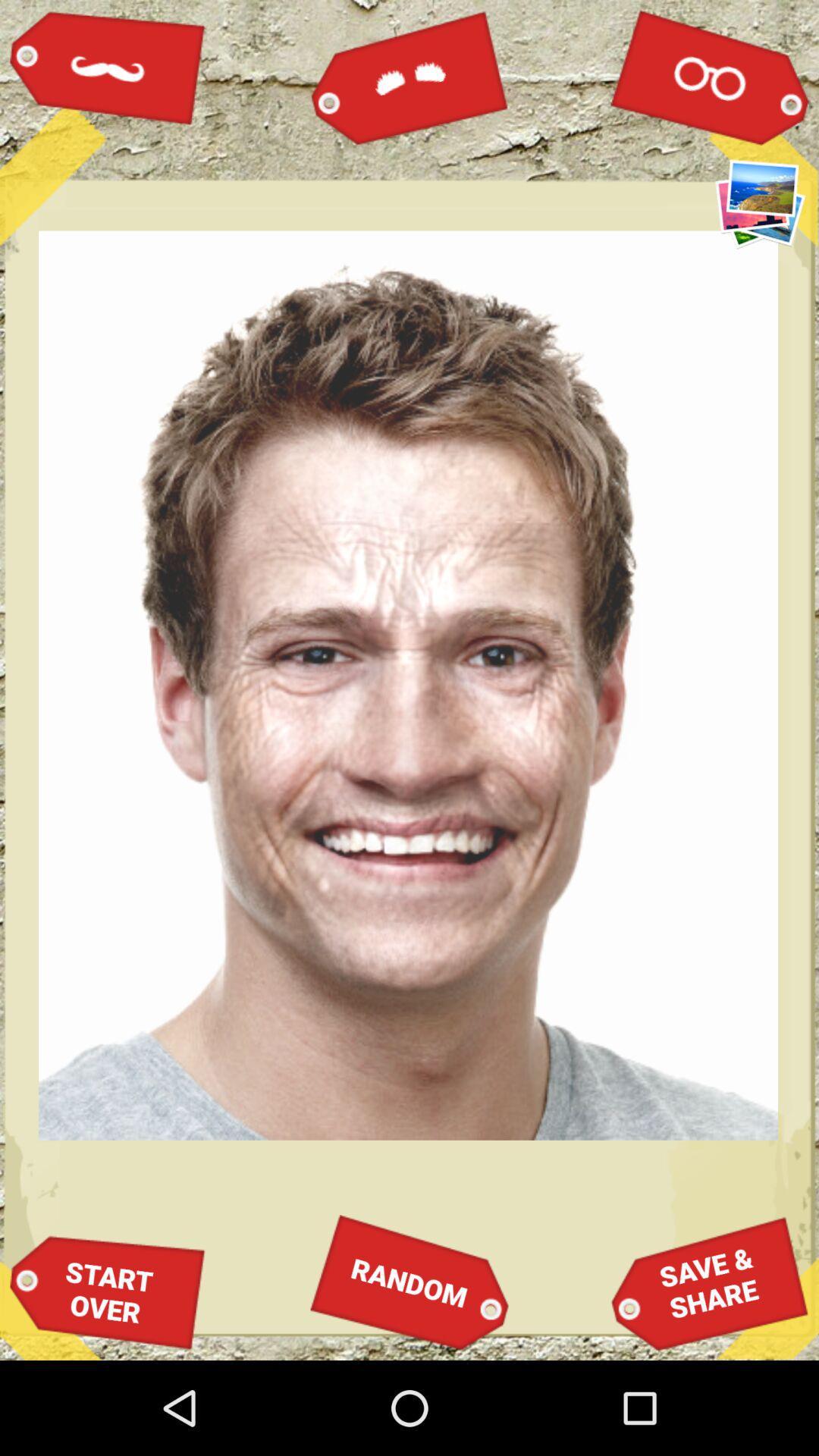 The image size is (819, 1456). What do you see at coordinates (409, 1282) in the screenshot?
I see `the item to the left of save &` at bounding box center [409, 1282].